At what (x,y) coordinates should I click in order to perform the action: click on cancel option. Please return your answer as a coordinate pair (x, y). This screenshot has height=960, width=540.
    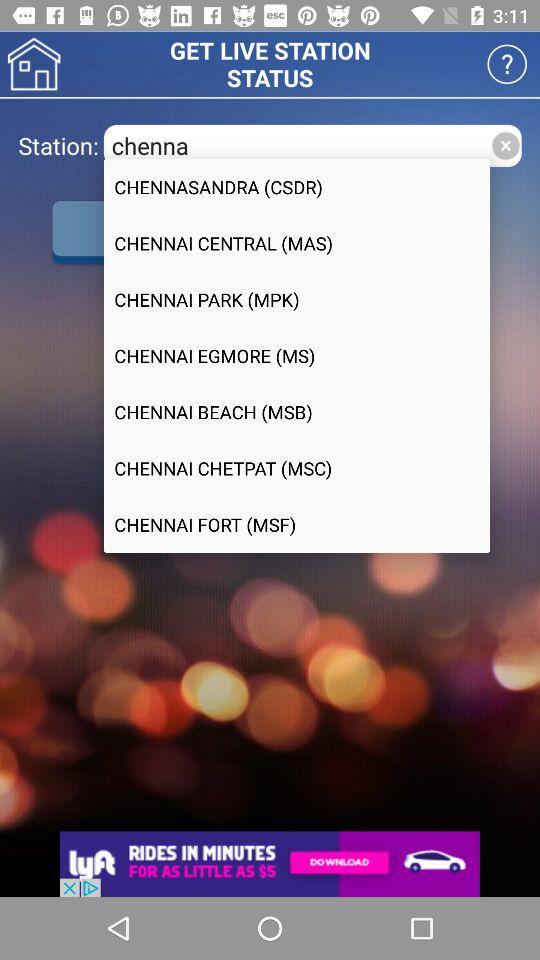
    Looking at the image, I should click on (504, 144).